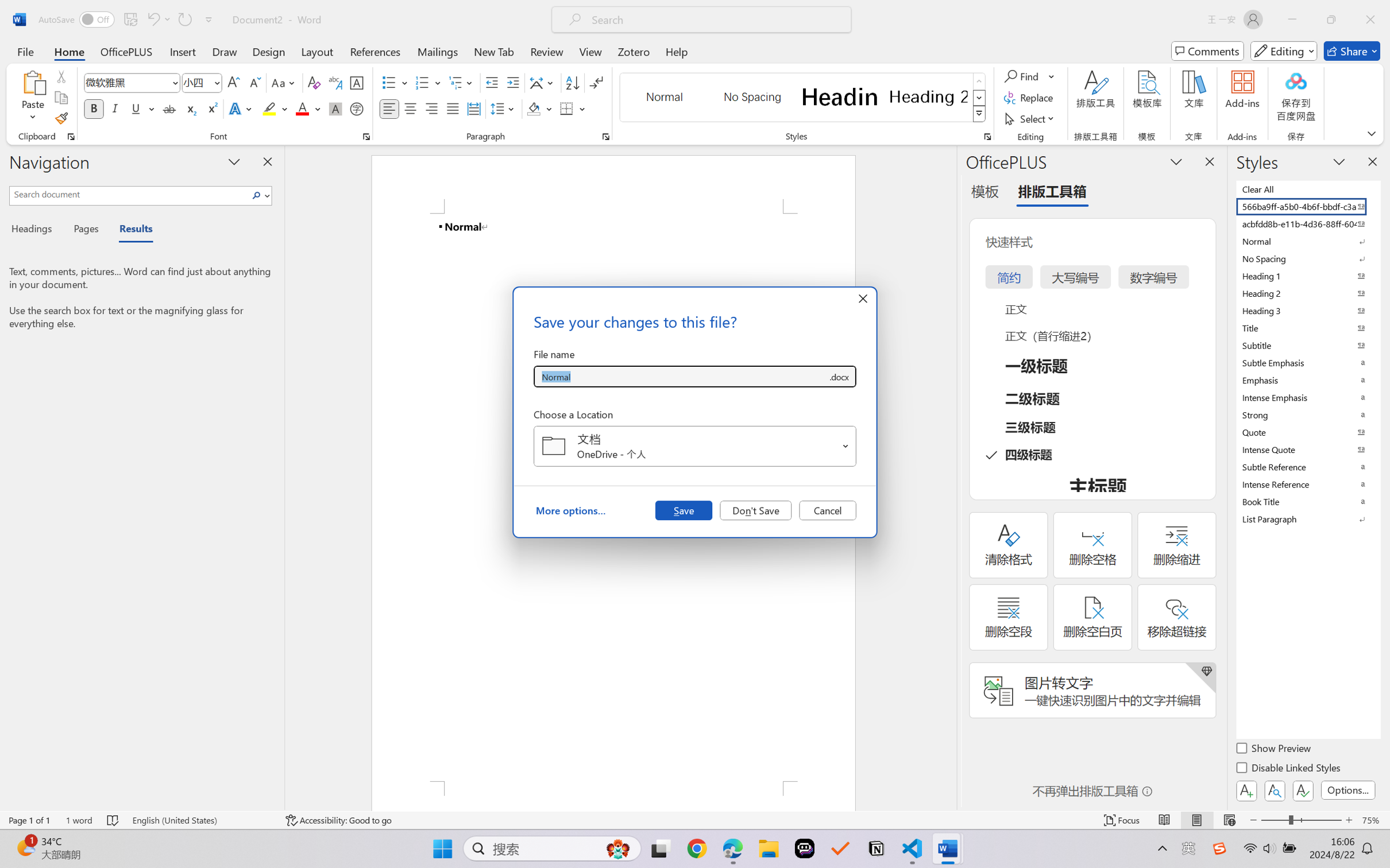 The width and height of the screenshot is (1390, 868). Describe the element at coordinates (76, 19) in the screenshot. I see `'AutoSave'` at that location.